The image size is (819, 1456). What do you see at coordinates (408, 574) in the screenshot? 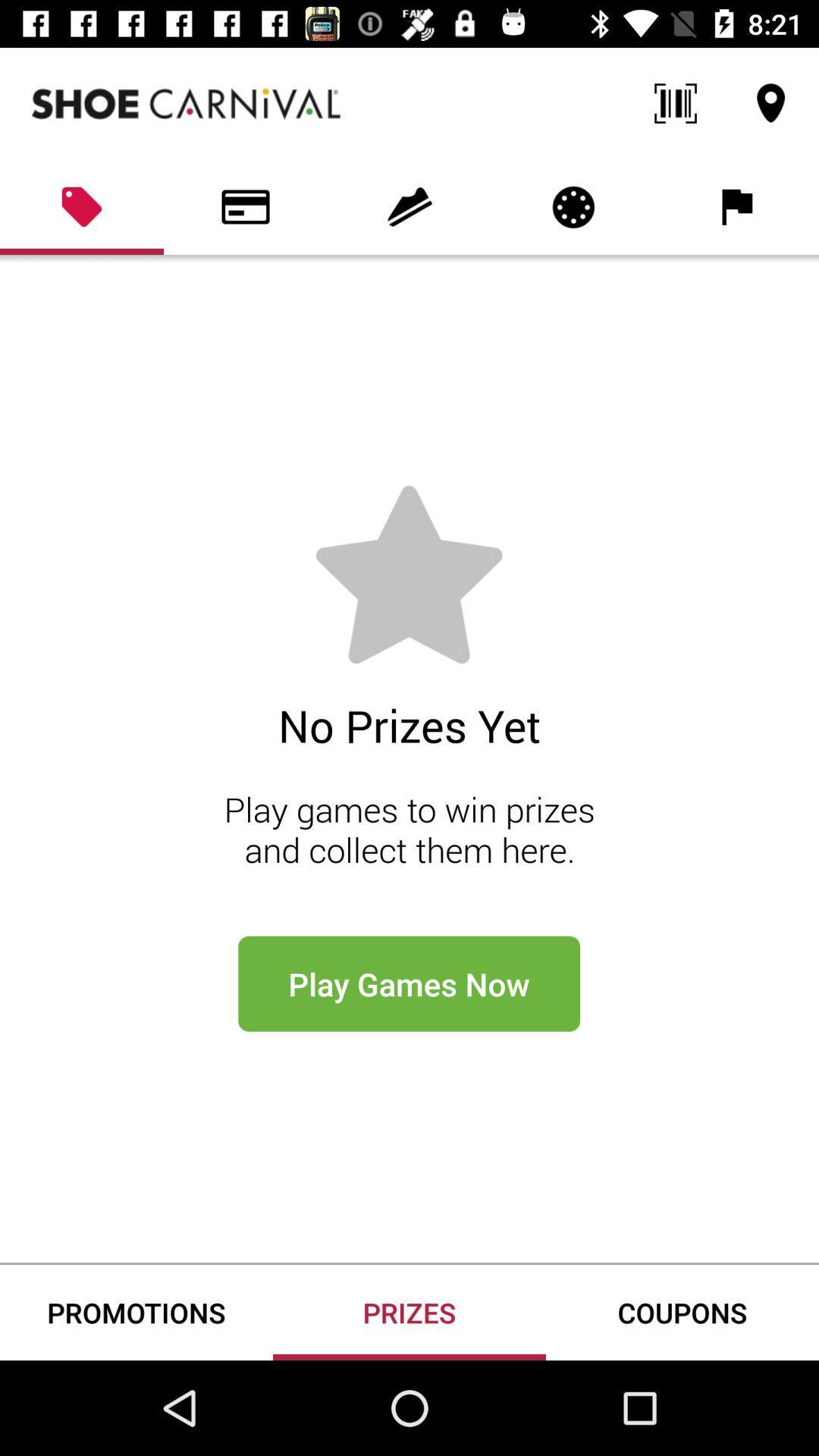
I see `the star icon which is above the no prizes yet` at bounding box center [408, 574].